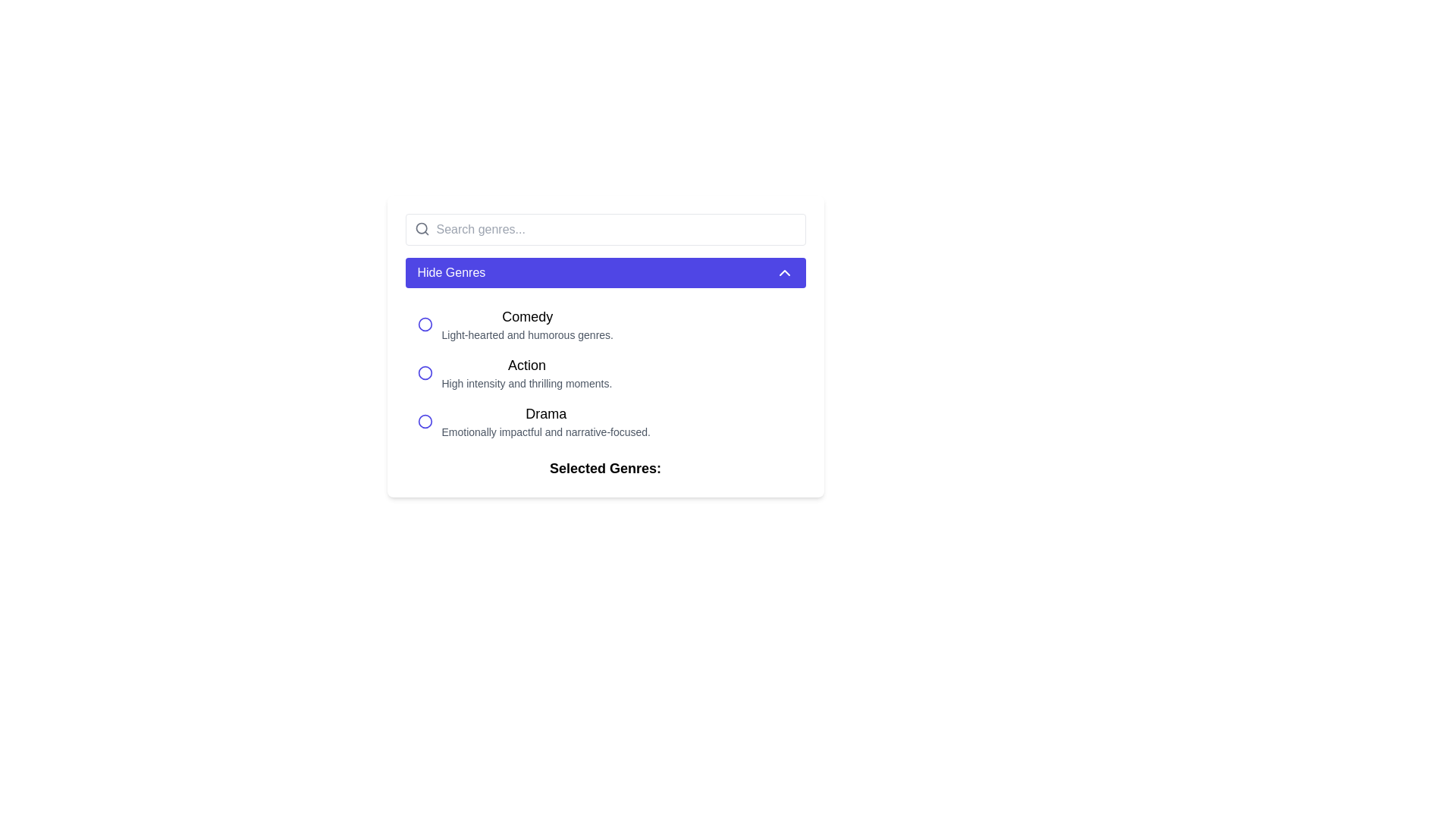 The image size is (1456, 819). I want to click on the Decorative SVG circle that forms the lens of the magnifying glass icon located near the top left part of the interface, so click(421, 228).